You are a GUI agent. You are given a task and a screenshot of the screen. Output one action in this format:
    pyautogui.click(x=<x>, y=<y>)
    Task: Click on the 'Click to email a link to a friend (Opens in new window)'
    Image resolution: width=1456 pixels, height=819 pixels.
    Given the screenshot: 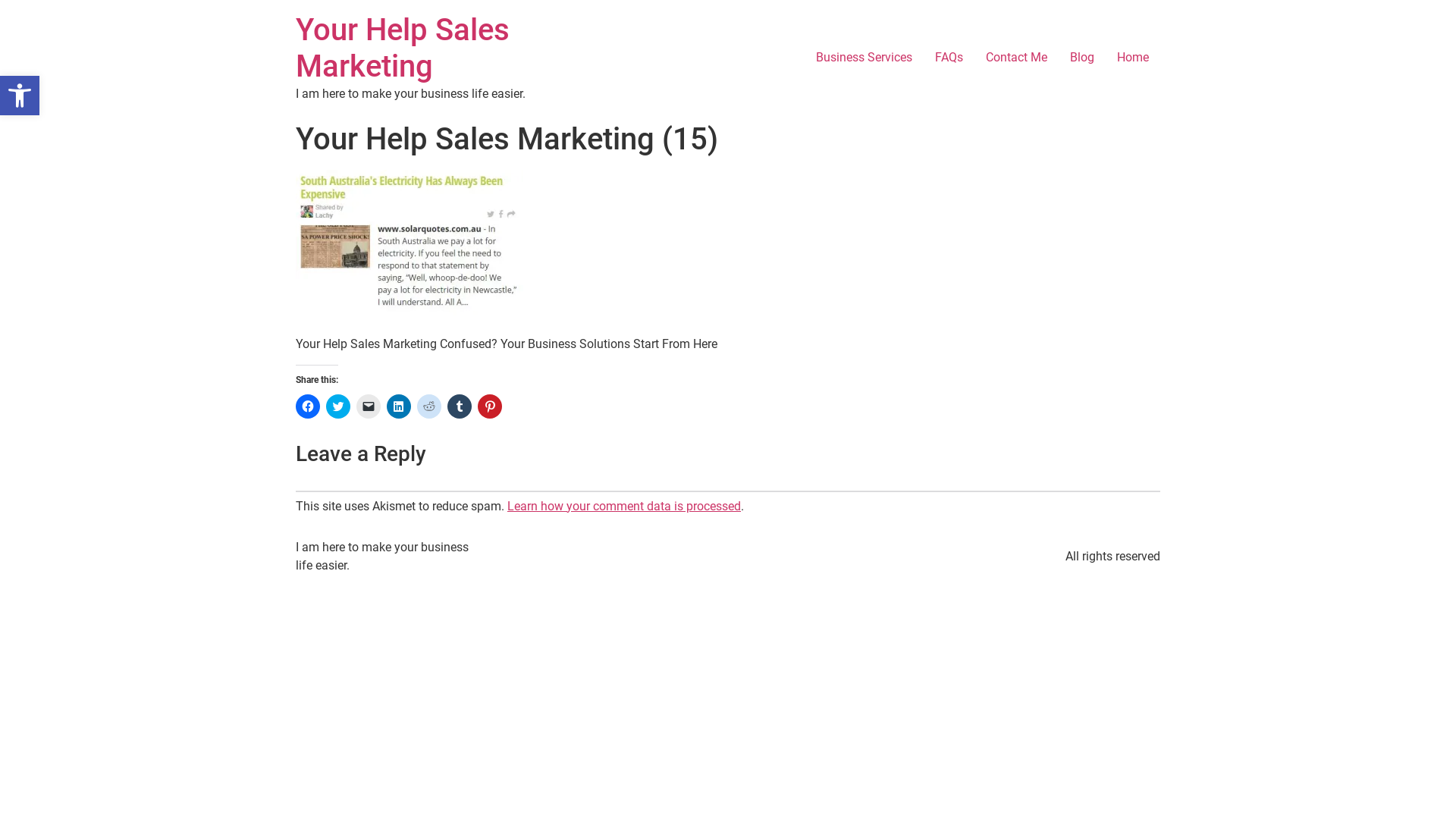 What is the action you would take?
    pyautogui.click(x=356, y=406)
    